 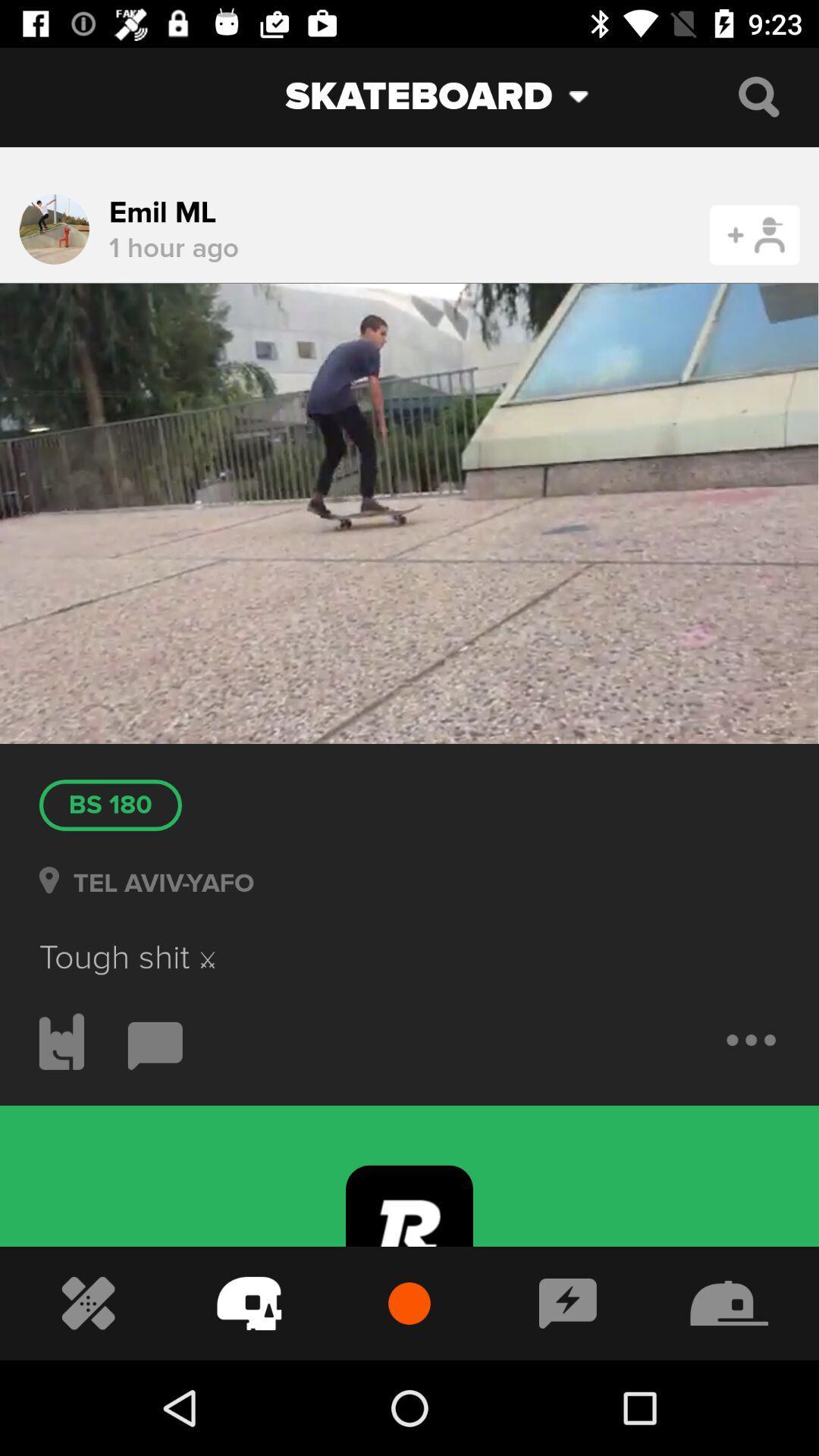 I want to click on the expand_more icon, so click(x=589, y=96).